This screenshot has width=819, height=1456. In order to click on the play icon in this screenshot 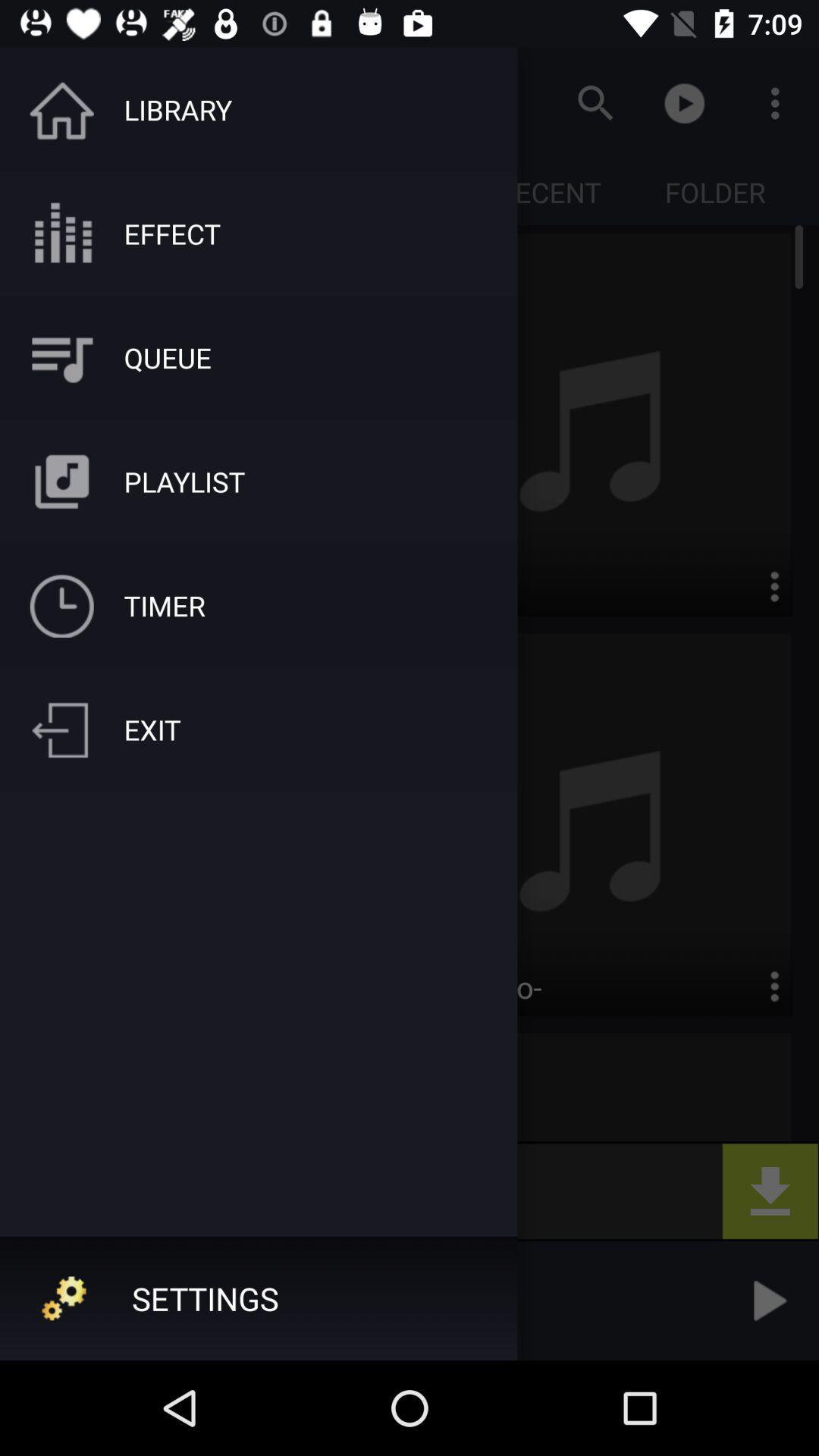, I will do `click(767, 1300)`.